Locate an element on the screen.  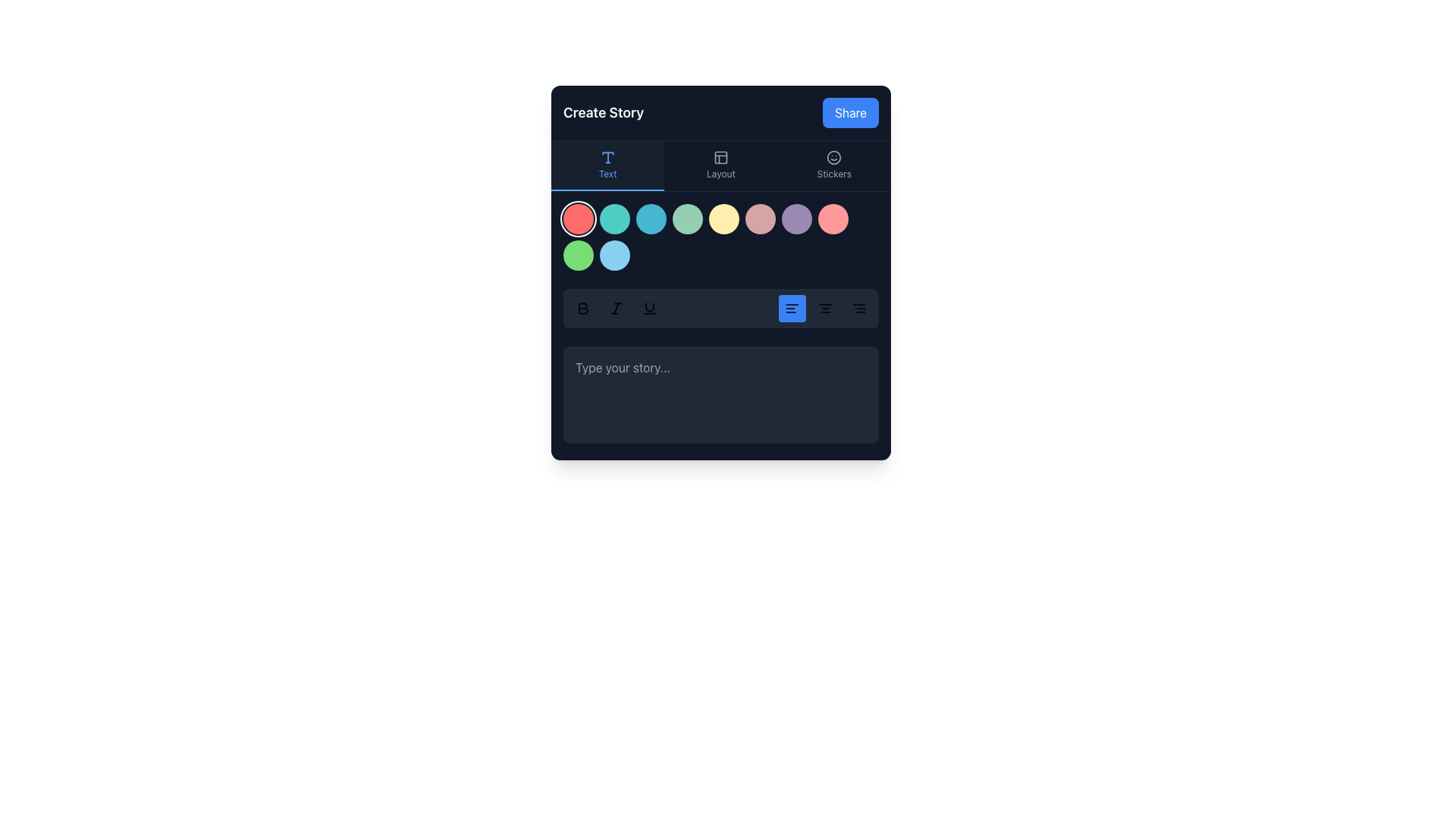
the blue rectangular button with rounded corners that represents left alignment, located at the right side of the text formatting bar is located at coordinates (792, 308).